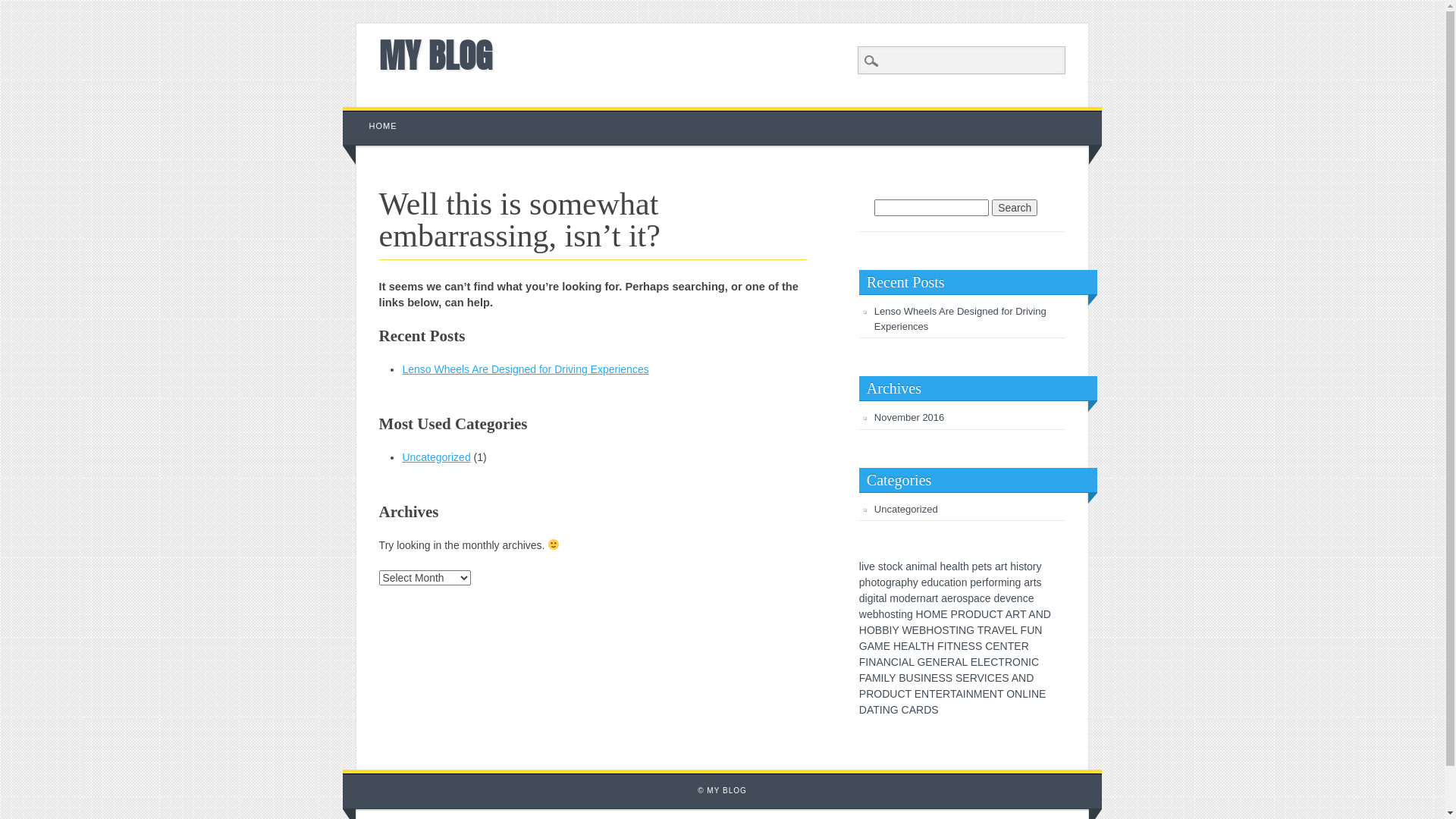 This screenshot has width=1456, height=819. What do you see at coordinates (1016, 661) in the screenshot?
I see `'O'` at bounding box center [1016, 661].